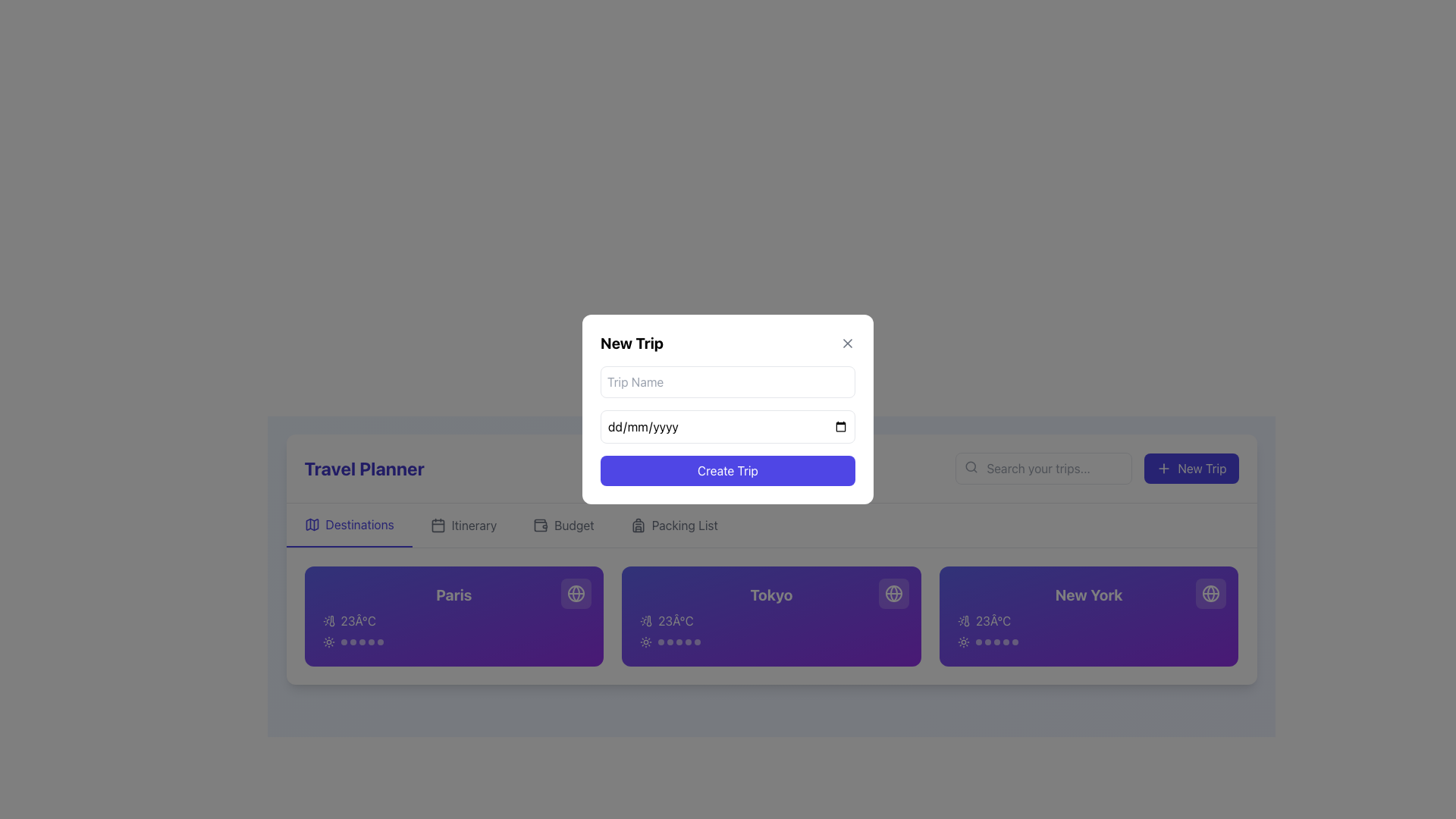 The image size is (1456, 819). Describe the element at coordinates (847, 343) in the screenshot. I see `the close button icon shaped like an 'X' located in the top-right corner of the 'New Trip' popup window` at that location.